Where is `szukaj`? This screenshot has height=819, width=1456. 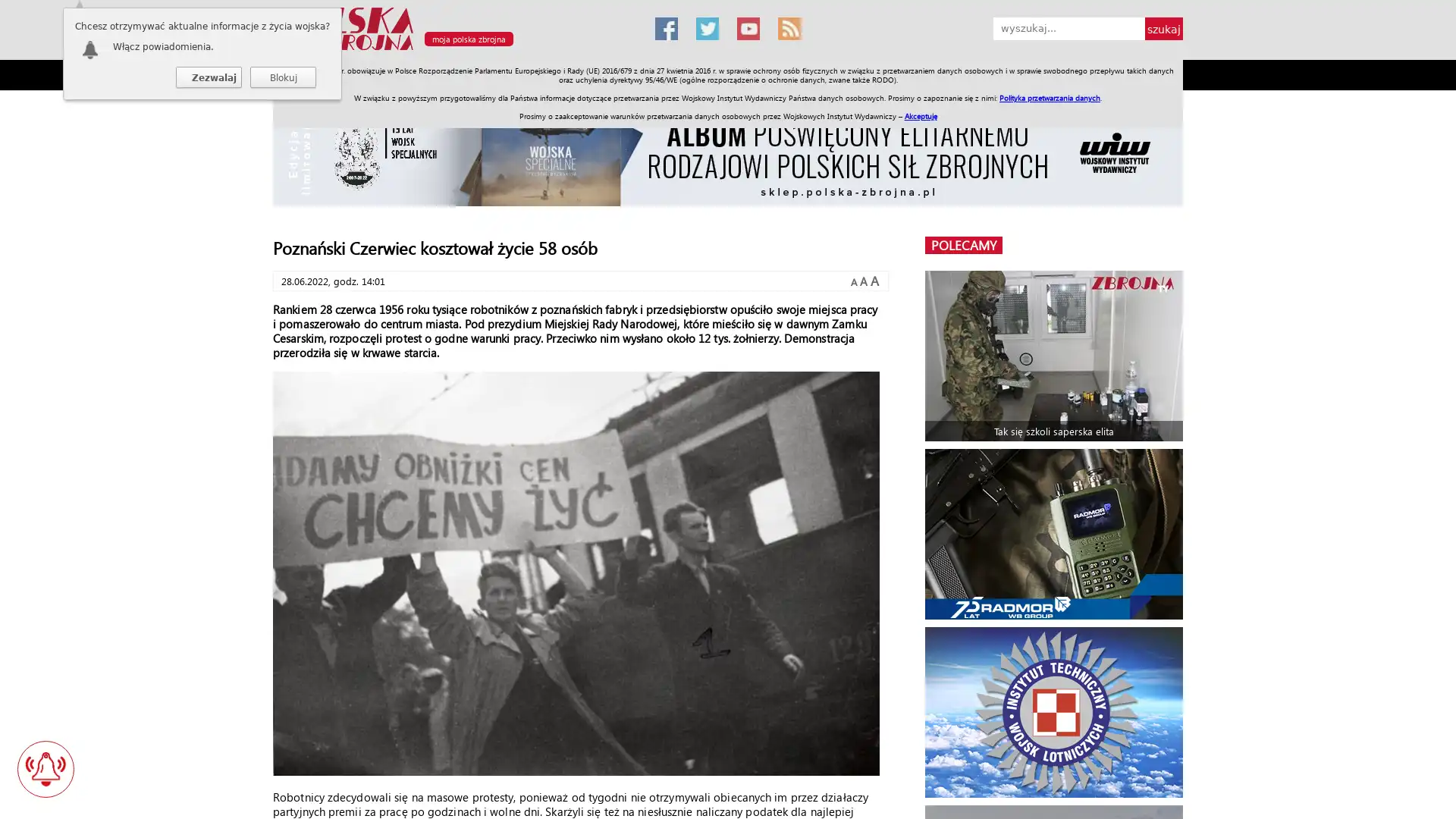 szukaj is located at coordinates (1163, 29).